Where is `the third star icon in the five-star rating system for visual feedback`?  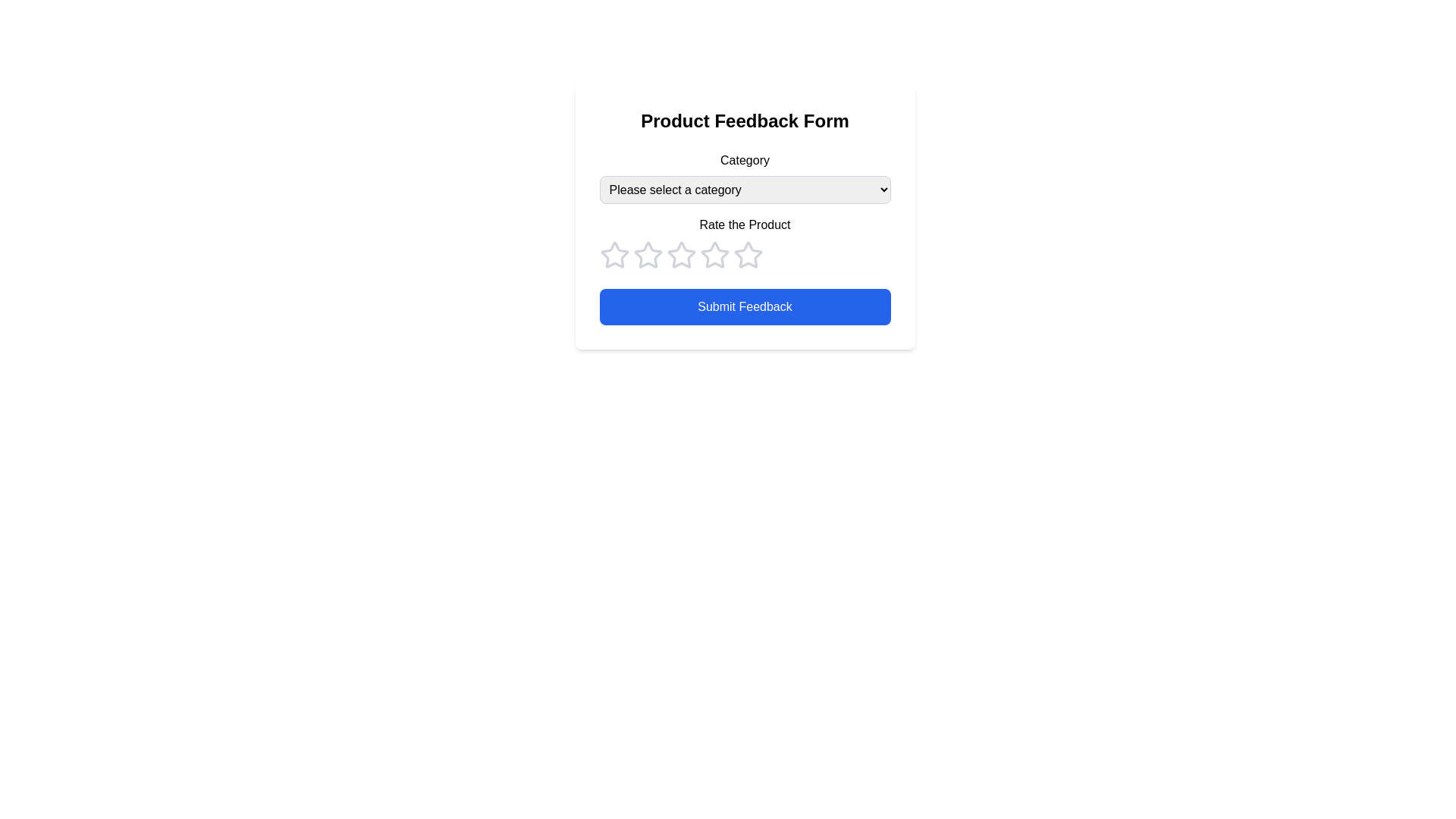 the third star icon in the five-star rating system for visual feedback is located at coordinates (648, 254).